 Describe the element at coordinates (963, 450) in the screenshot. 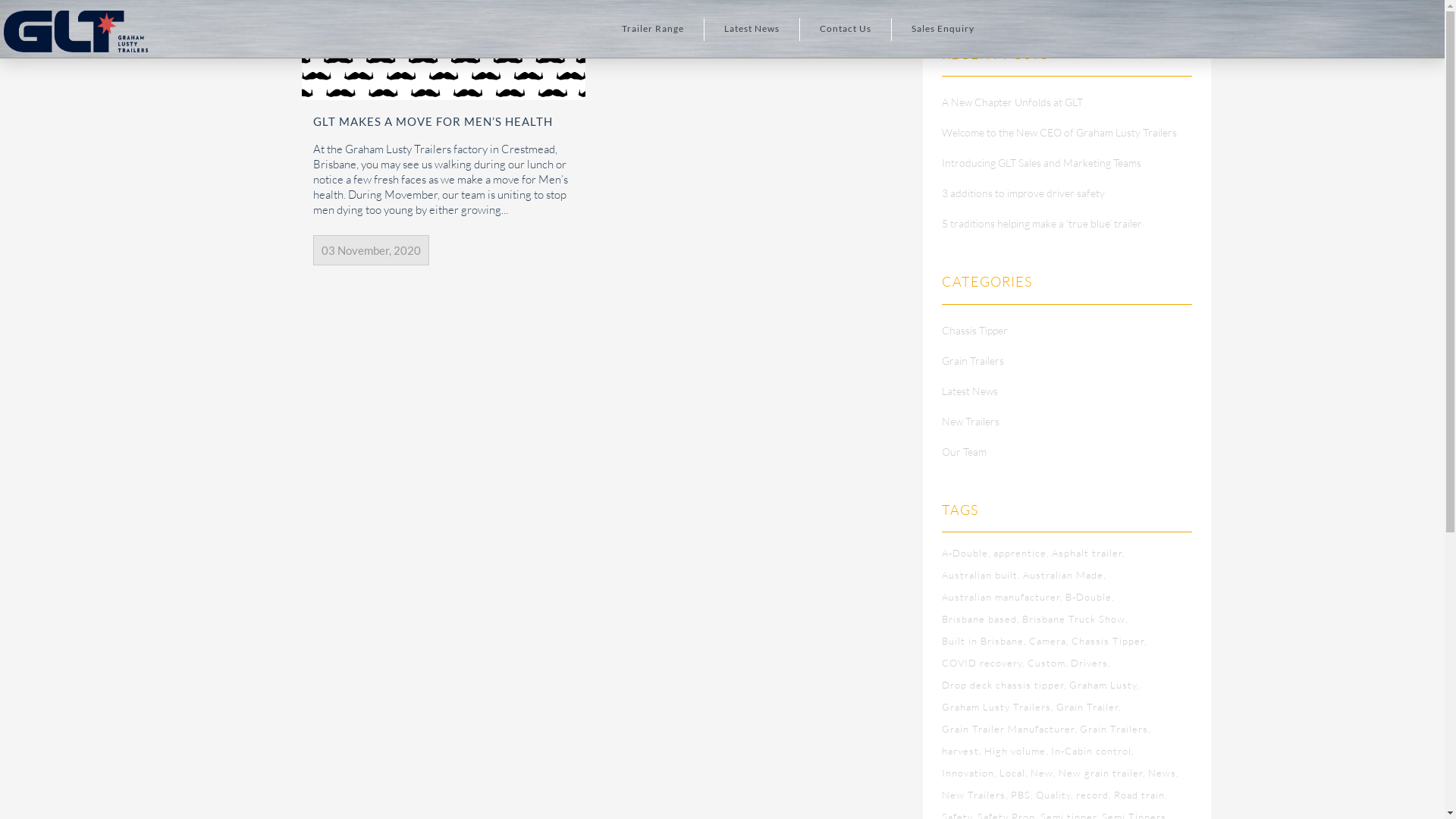

I see `'Our Team'` at that location.